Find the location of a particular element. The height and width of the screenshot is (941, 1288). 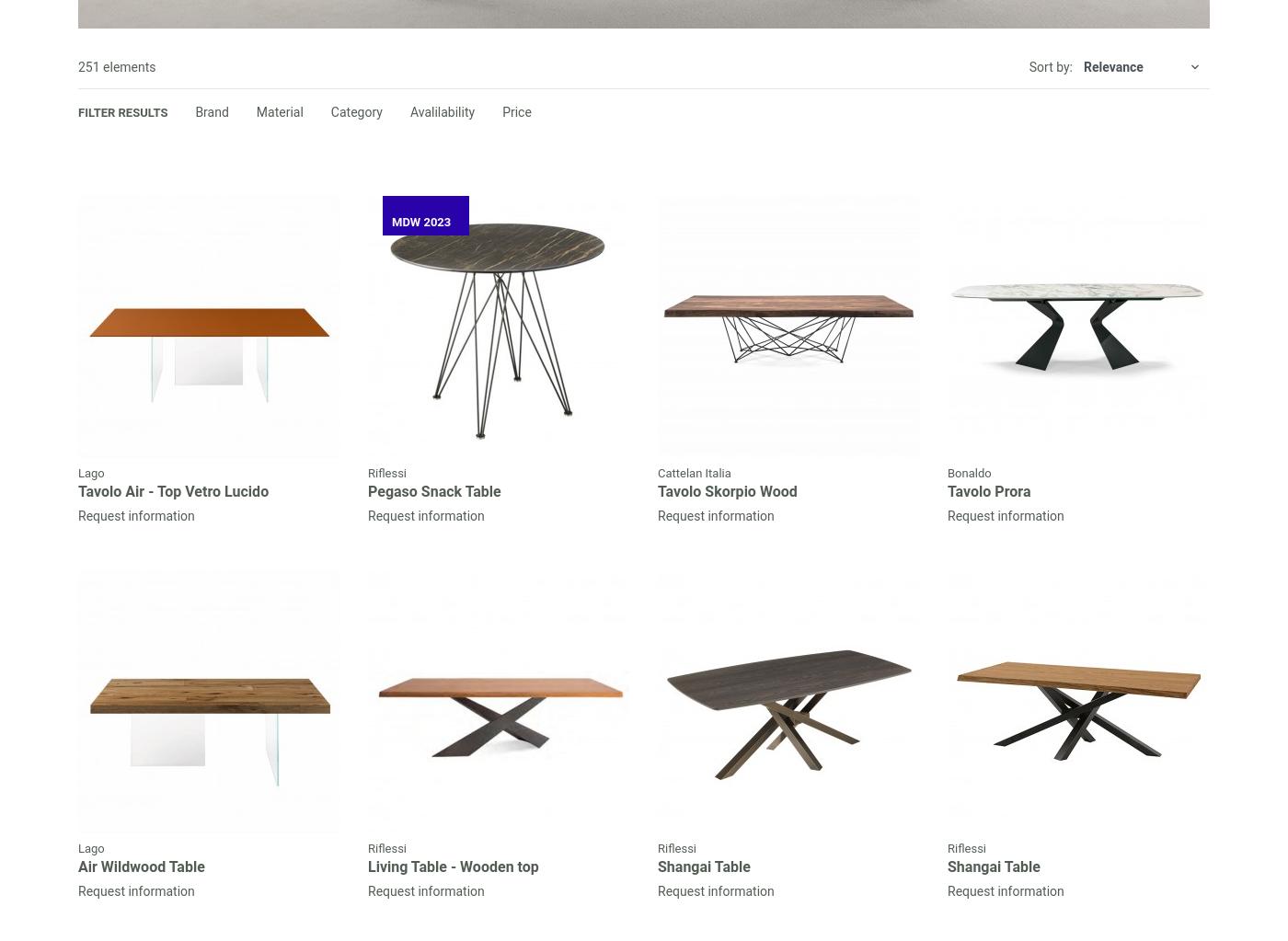

'Cattelan Italia' is located at coordinates (694, 471).